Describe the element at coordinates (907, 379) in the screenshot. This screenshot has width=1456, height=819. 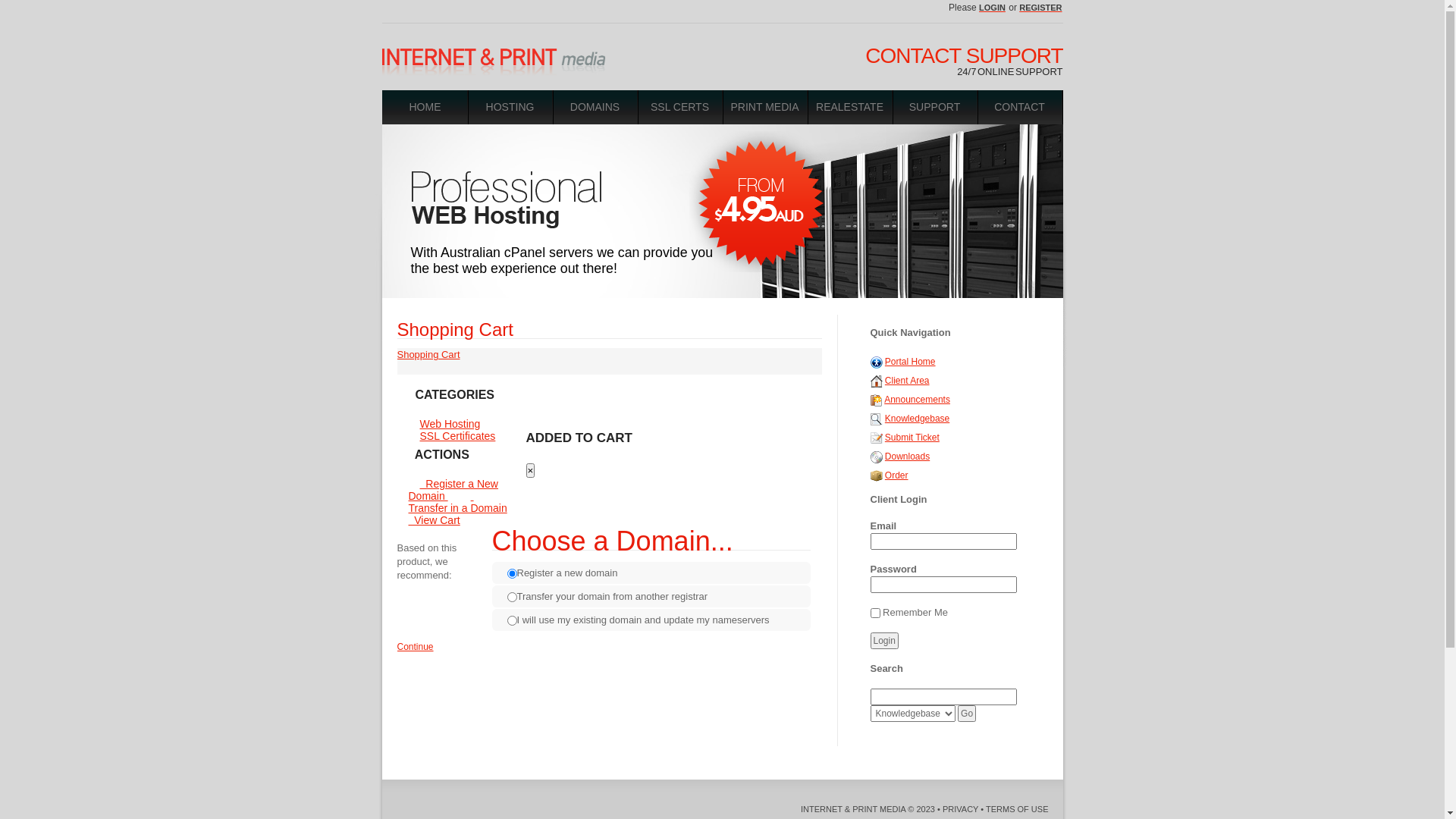
I see `'Client Area'` at that location.